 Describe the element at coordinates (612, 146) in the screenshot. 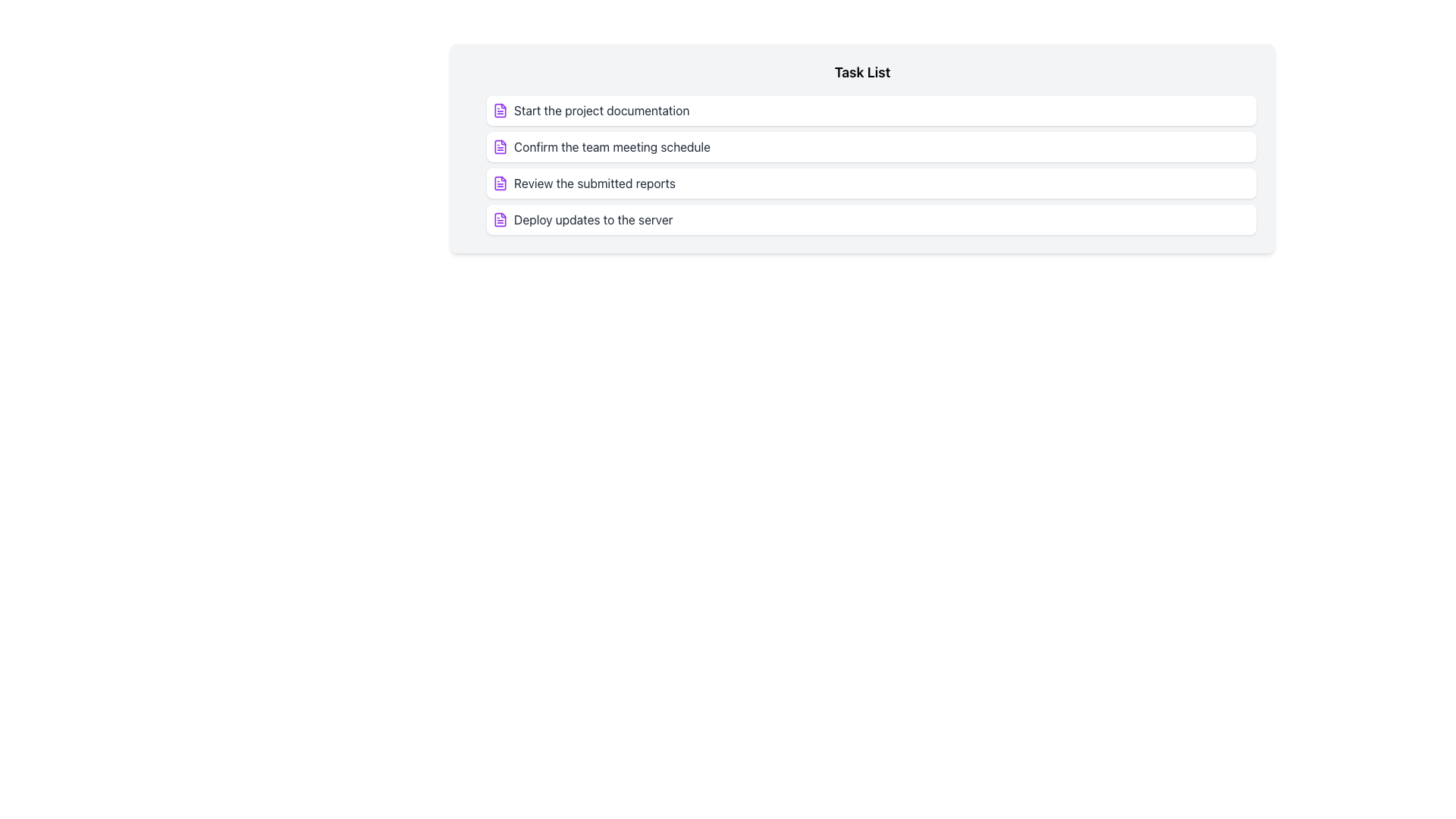

I see `the text label displaying 'Confirm the team meeting schedule', which is styled in dark gray within a card-like structure, located in the task list` at that location.